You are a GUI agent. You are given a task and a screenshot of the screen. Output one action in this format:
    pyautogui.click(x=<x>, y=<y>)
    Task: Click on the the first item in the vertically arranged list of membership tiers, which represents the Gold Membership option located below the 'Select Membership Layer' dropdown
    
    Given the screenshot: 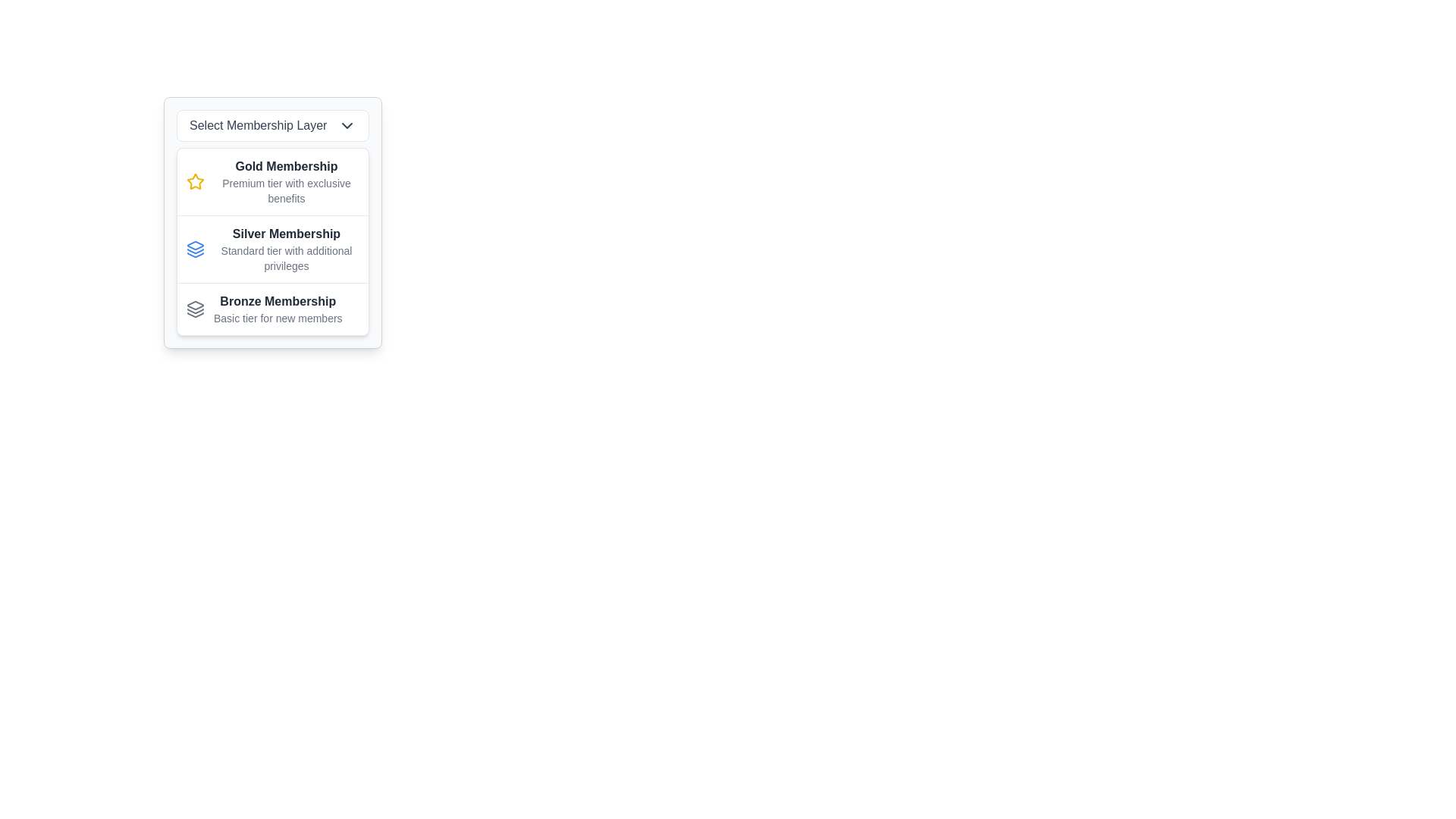 What is the action you would take?
    pyautogui.click(x=273, y=181)
    